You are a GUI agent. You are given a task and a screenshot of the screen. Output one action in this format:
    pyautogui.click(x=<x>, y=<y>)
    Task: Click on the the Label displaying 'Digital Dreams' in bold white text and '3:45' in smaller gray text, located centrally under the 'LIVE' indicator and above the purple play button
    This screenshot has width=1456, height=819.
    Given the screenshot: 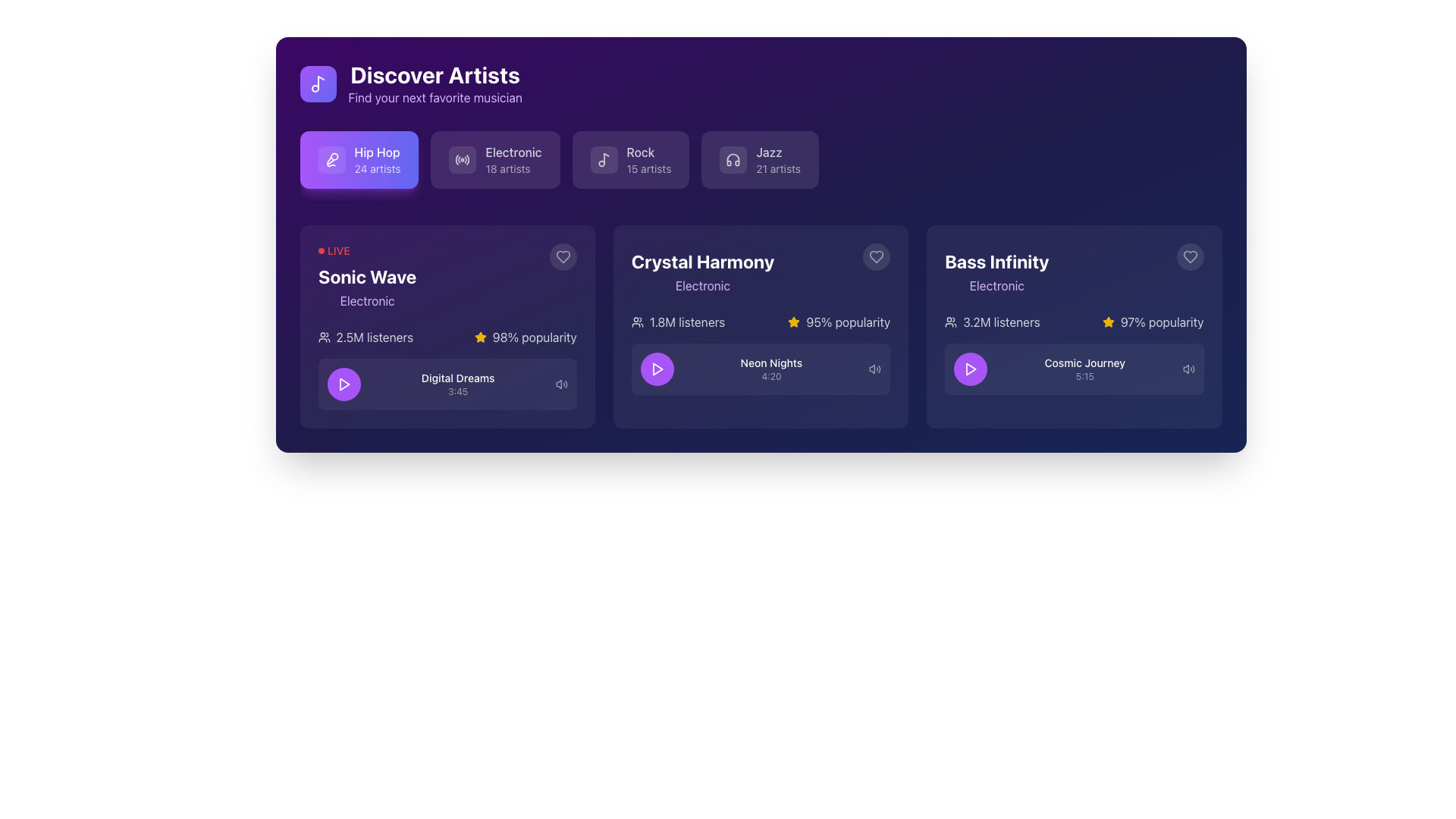 What is the action you would take?
    pyautogui.click(x=457, y=383)
    